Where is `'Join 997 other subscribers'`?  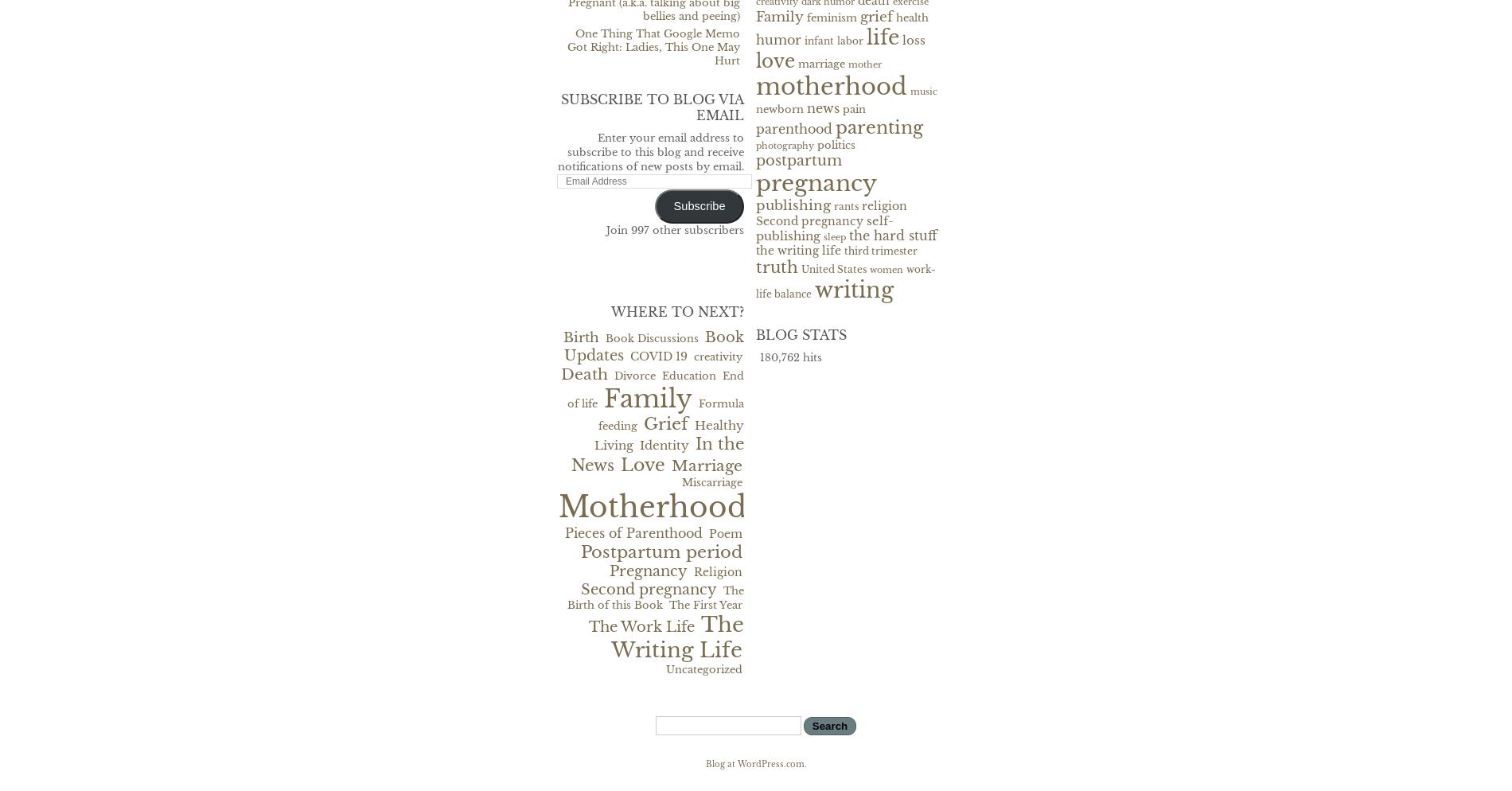 'Join 997 other subscribers' is located at coordinates (674, 230).